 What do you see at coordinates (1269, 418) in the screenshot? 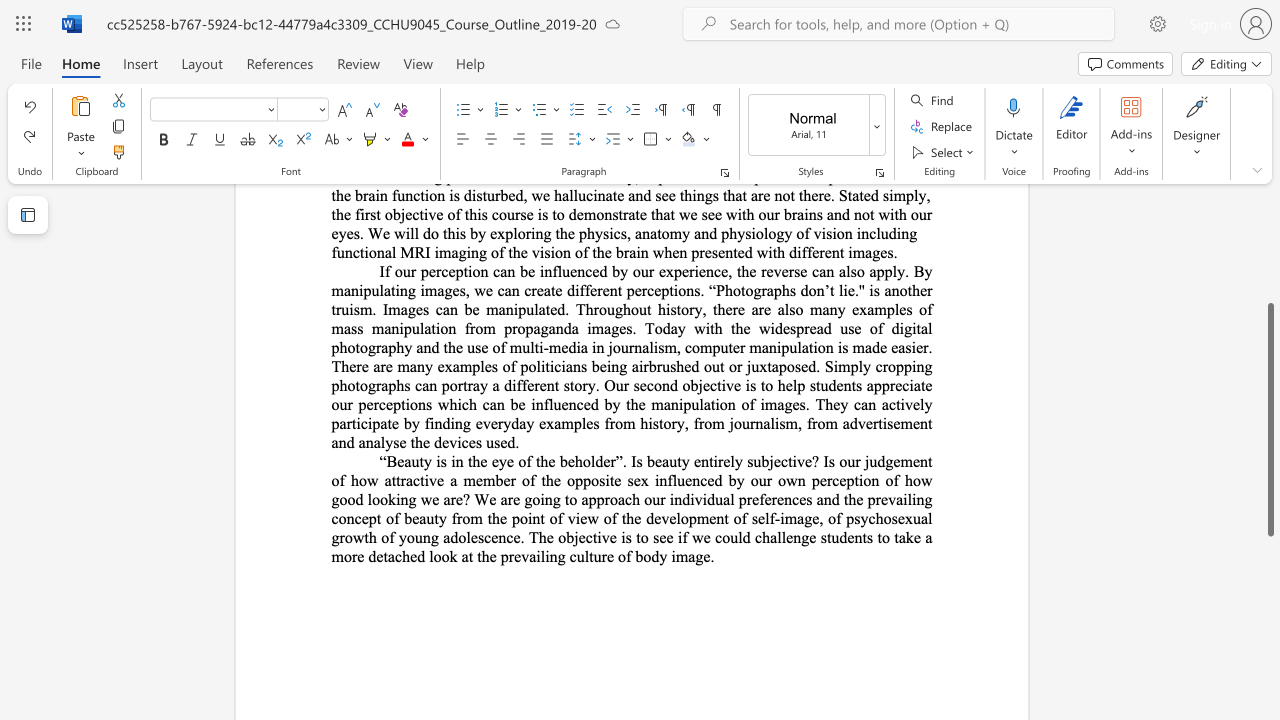
I see `the scrollbar and move up 230 pixels` at bounding box center [1269, 418].